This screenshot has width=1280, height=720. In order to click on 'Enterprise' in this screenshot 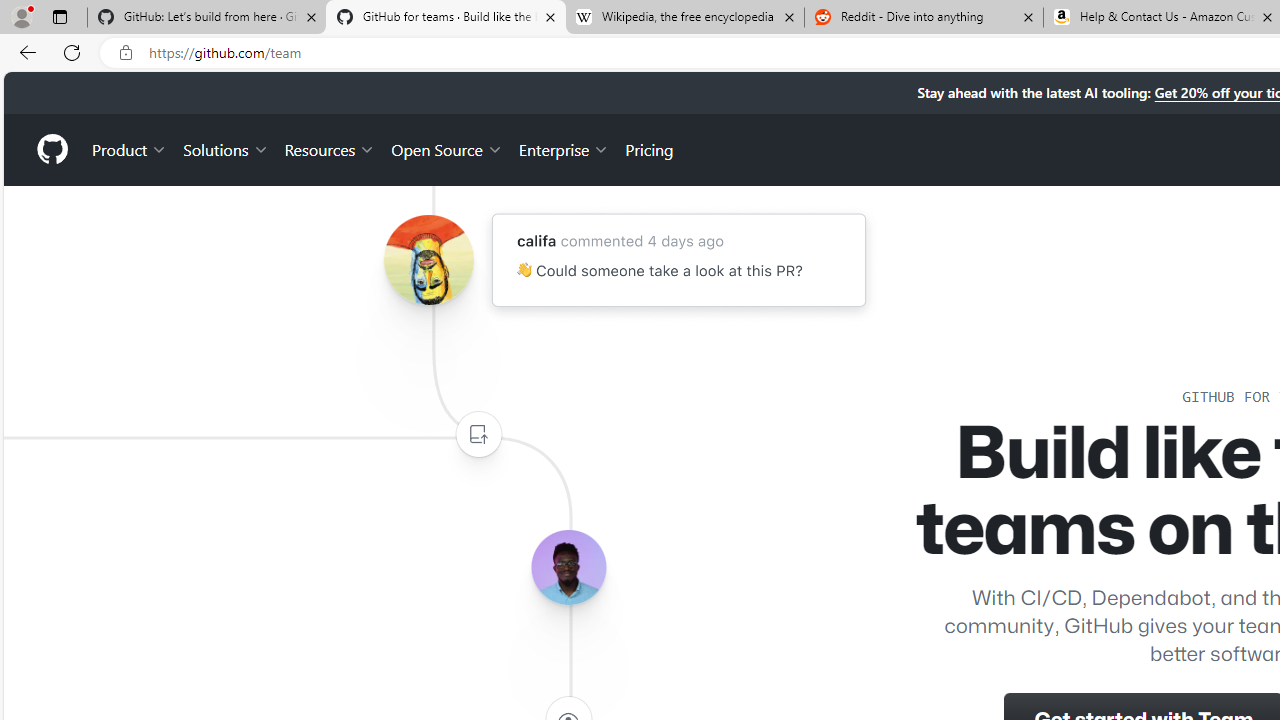, I will do `click(562, 148)`.